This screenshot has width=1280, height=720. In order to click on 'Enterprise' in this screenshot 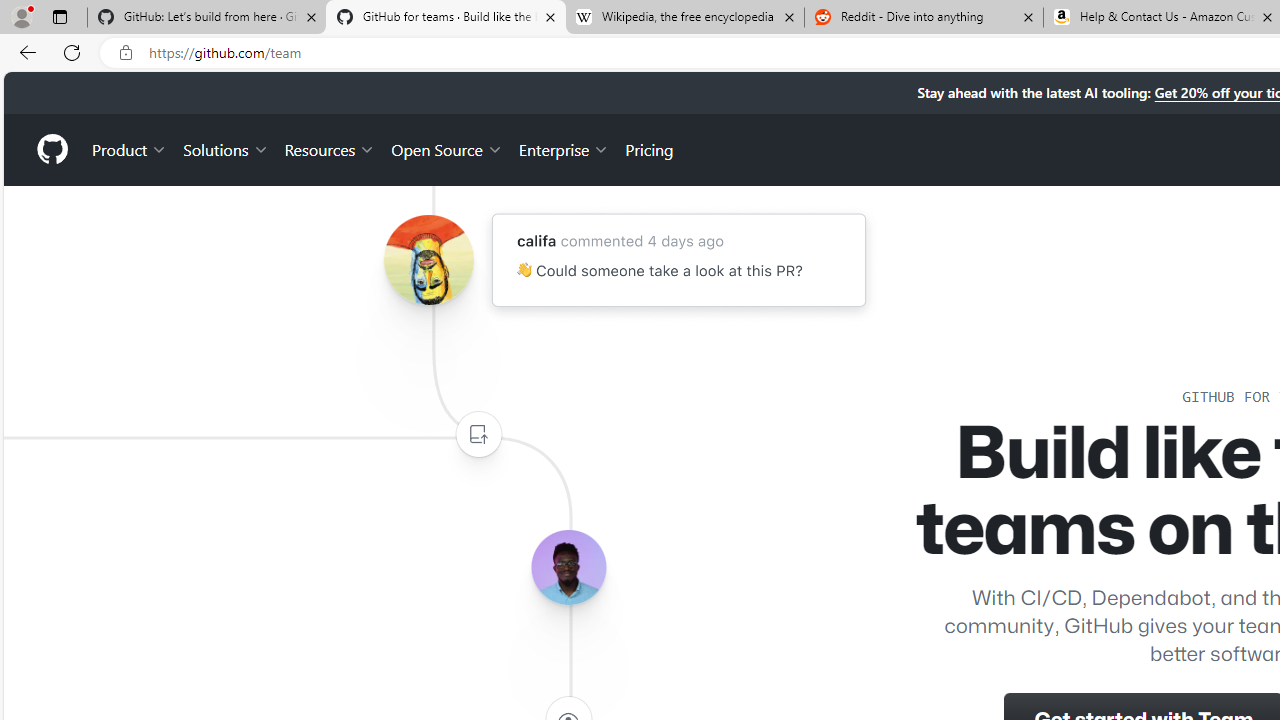, I will do `click(562, 148)`.